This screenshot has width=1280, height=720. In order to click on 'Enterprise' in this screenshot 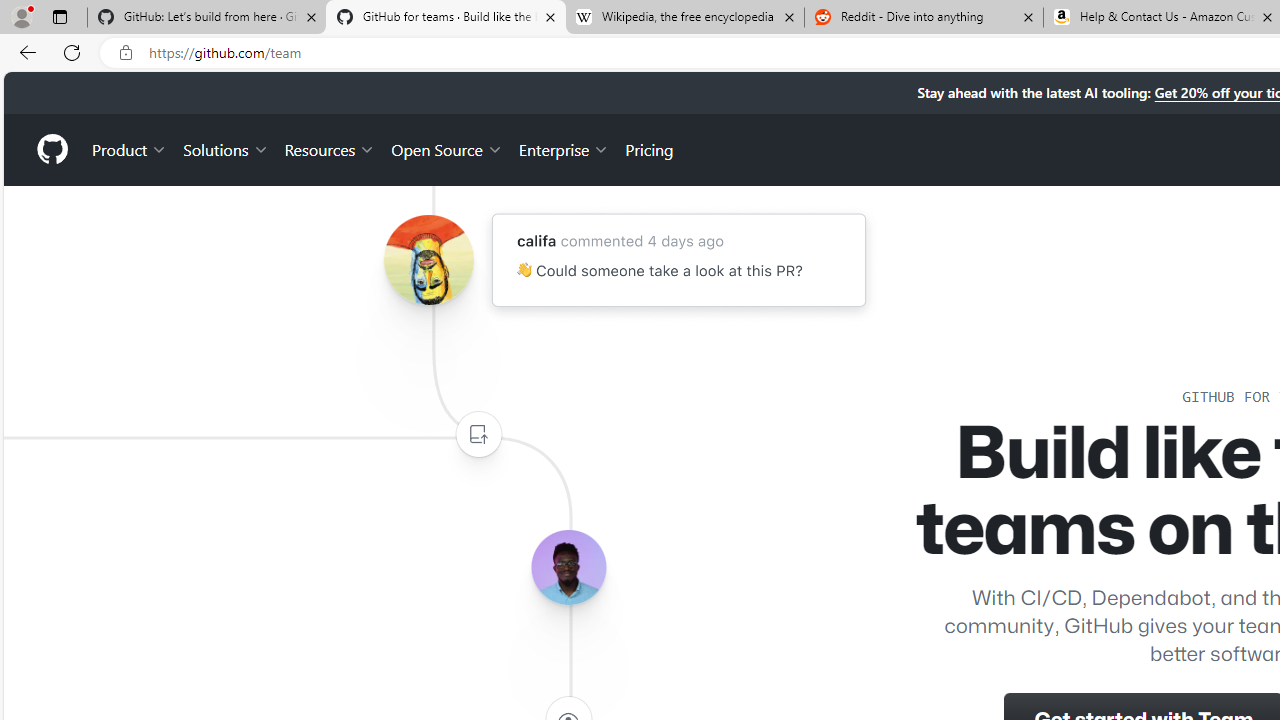, I will do `click(562, 148)`.